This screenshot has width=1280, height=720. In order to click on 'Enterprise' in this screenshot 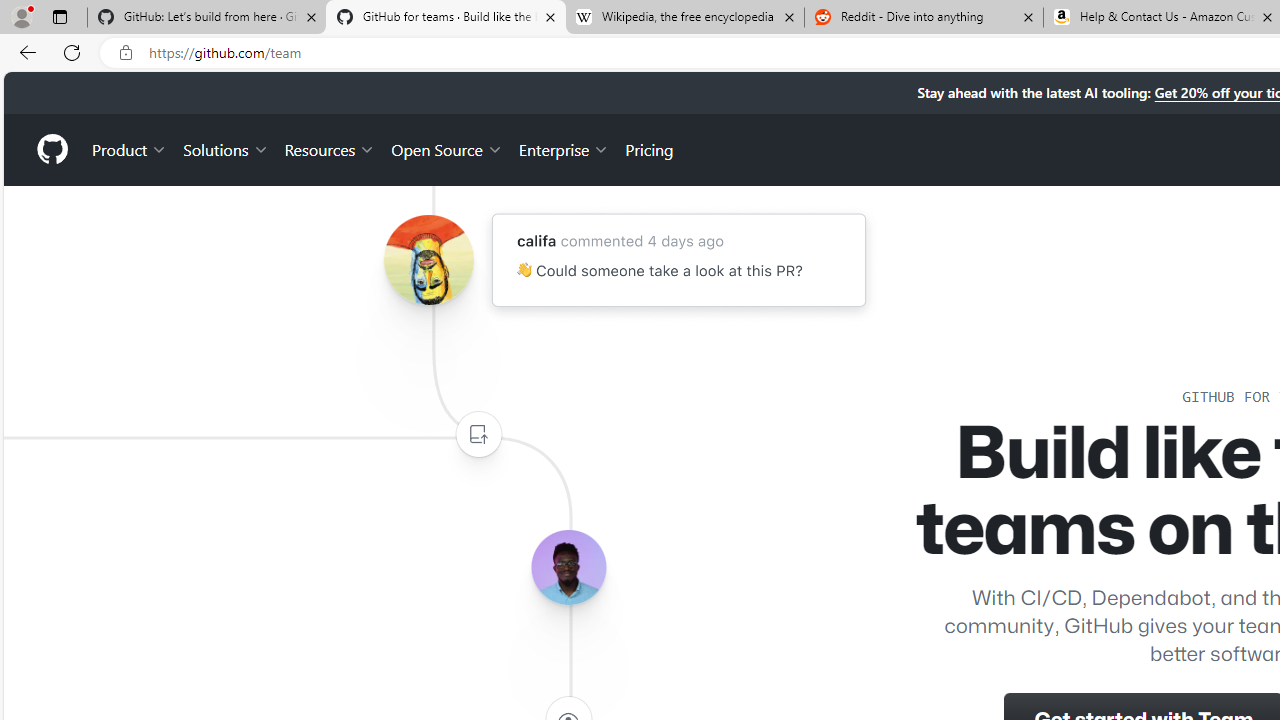, I will do `click(562, 148)`.